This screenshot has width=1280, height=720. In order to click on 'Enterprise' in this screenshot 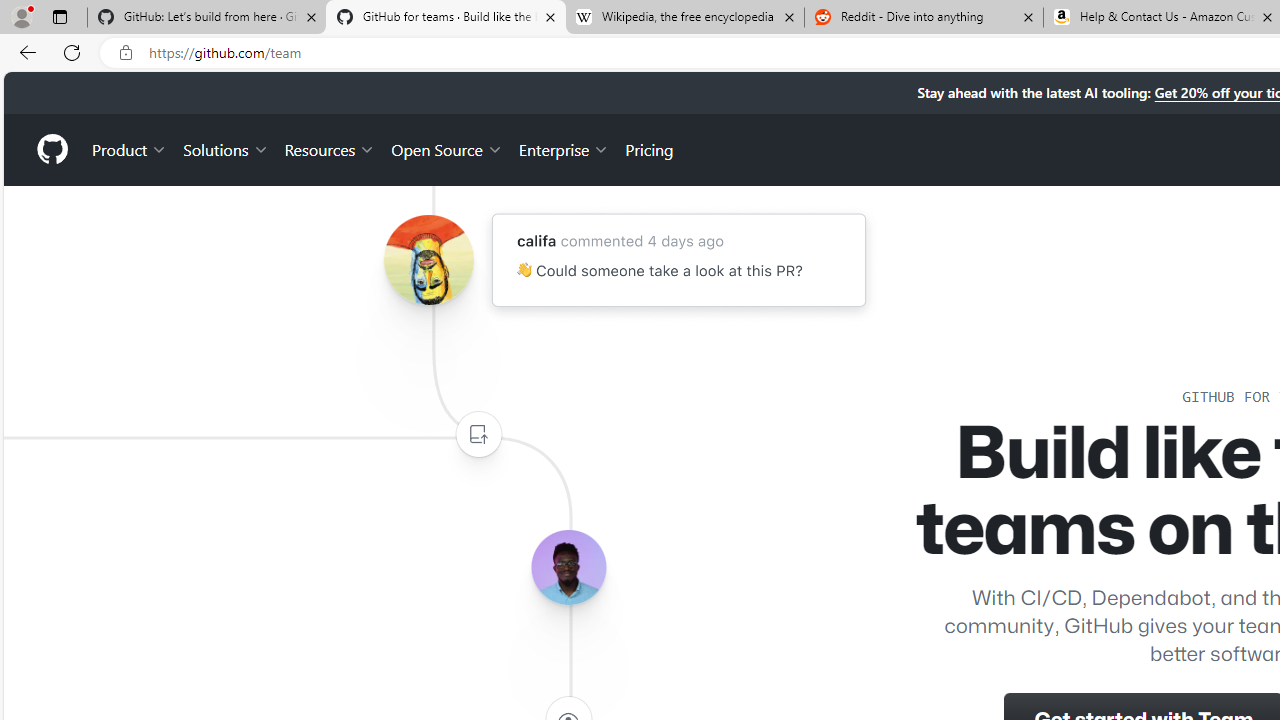, I will do `click(562, 148)`.